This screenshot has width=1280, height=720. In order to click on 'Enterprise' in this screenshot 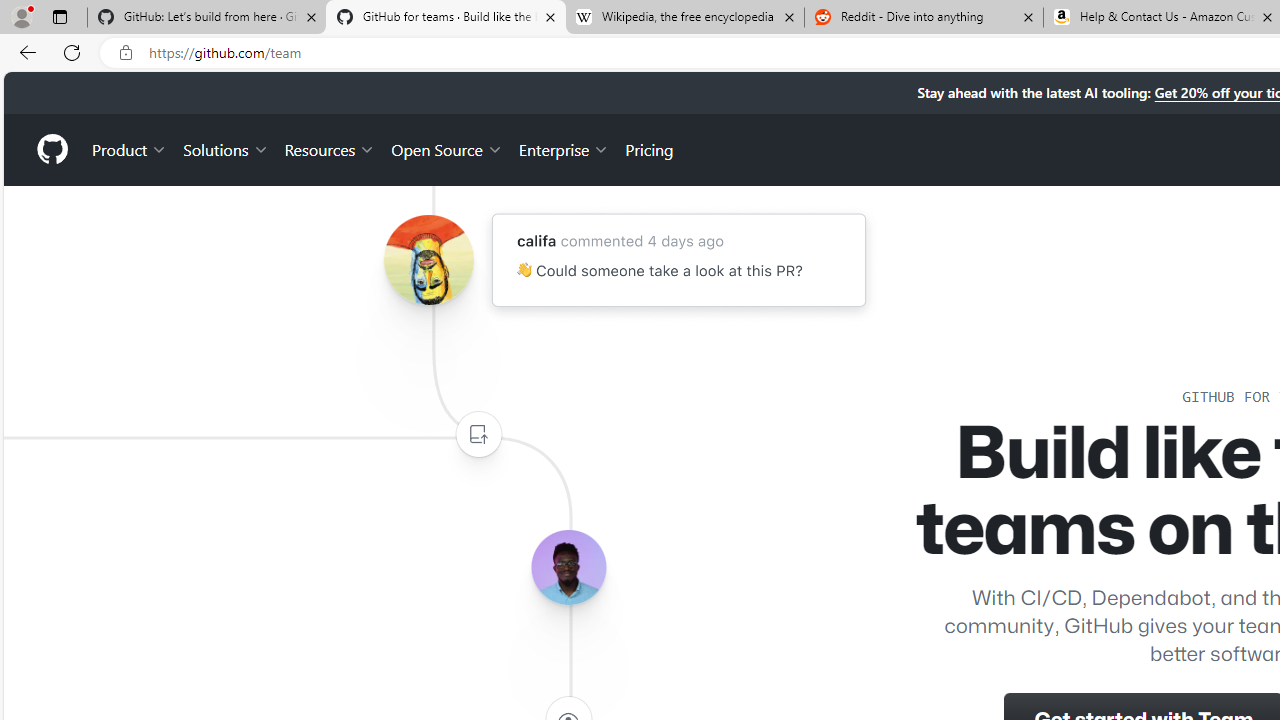, I will do `click(562, 148)`.